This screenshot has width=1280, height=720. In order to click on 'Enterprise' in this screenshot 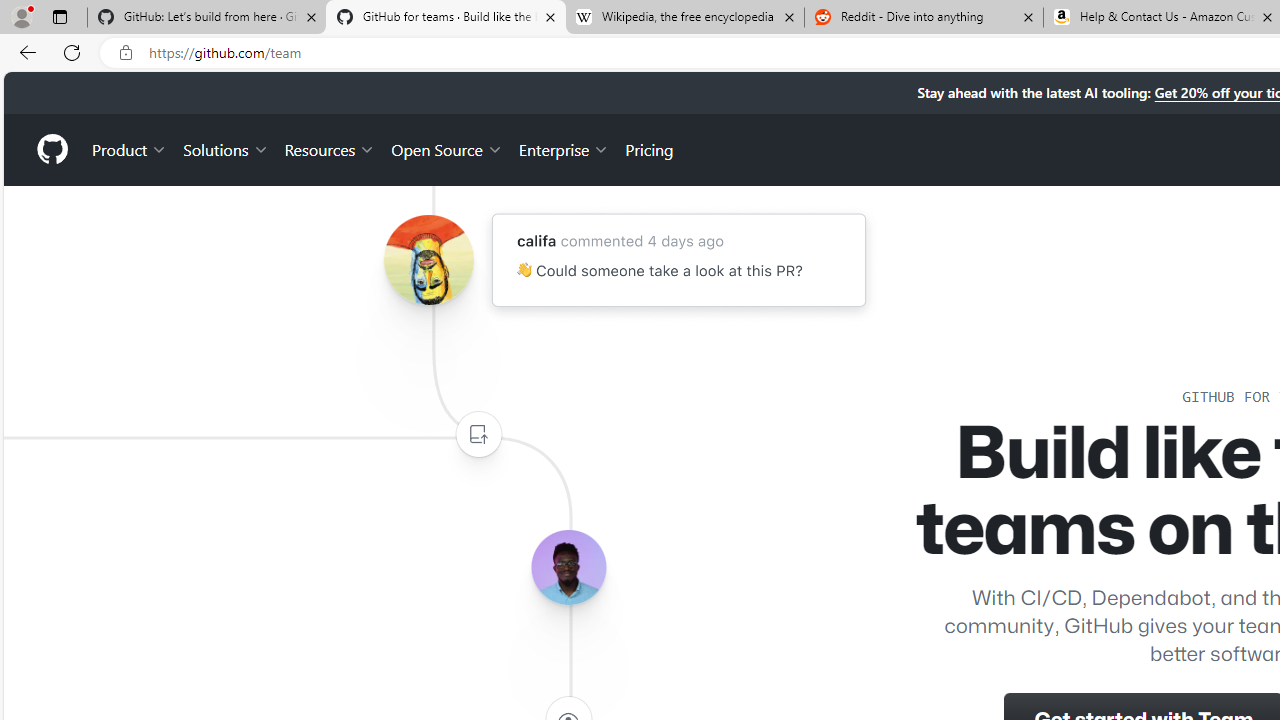, I will do `click(562, 148)`.